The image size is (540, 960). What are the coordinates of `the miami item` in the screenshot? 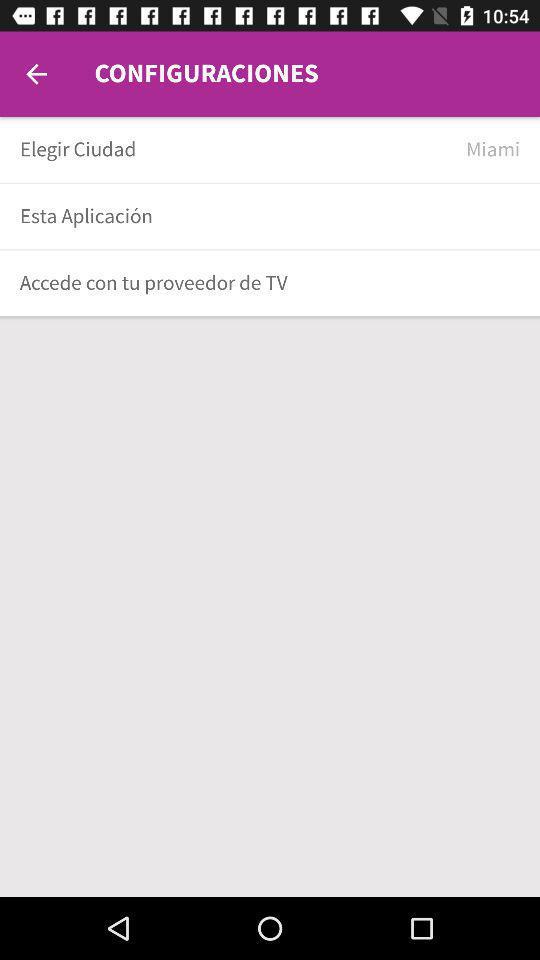 It's located at (492, 148).